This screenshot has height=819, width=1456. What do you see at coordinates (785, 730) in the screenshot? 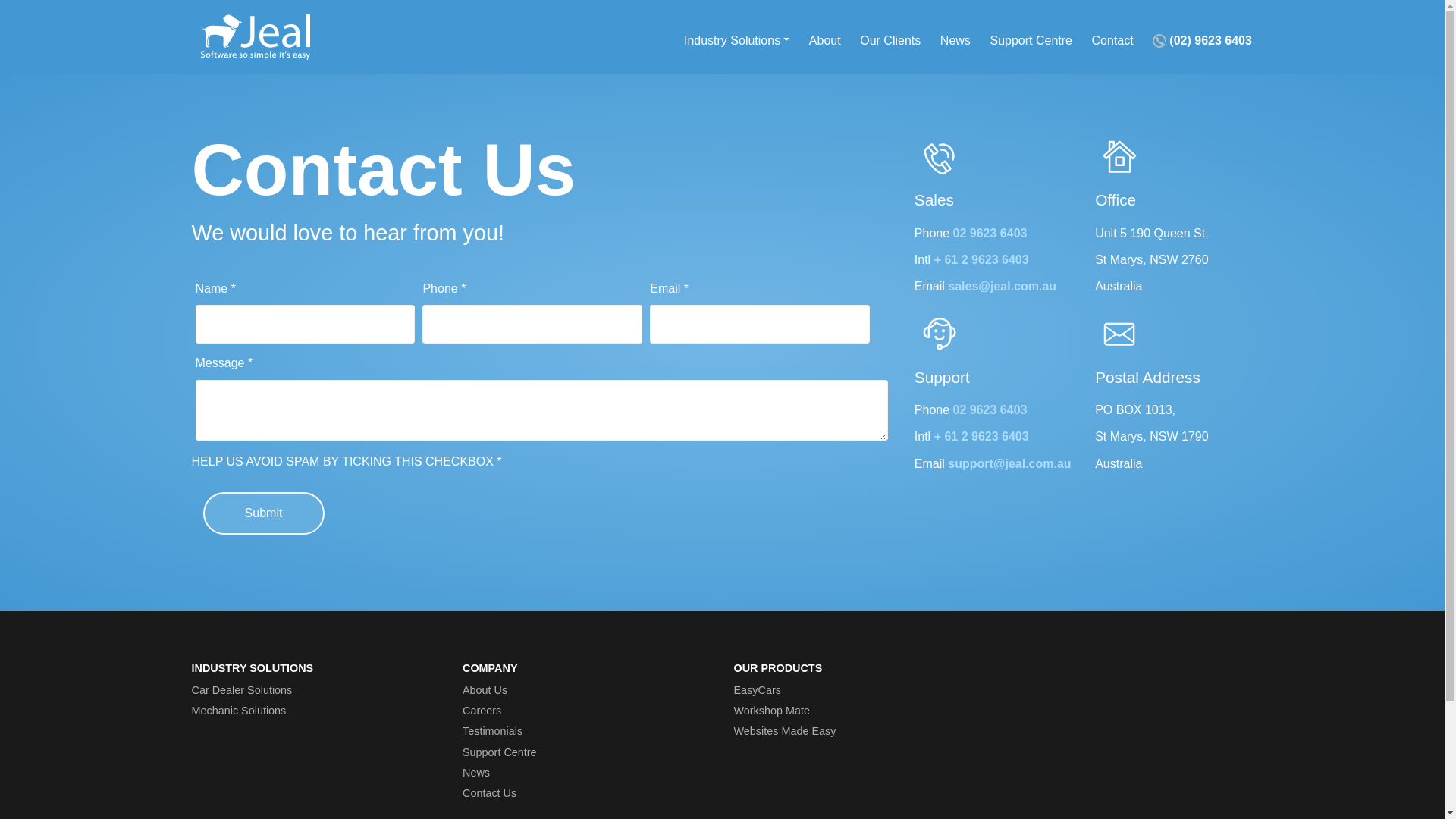
I see `'Websites Made Easy'` at bounding box center [785, 730].